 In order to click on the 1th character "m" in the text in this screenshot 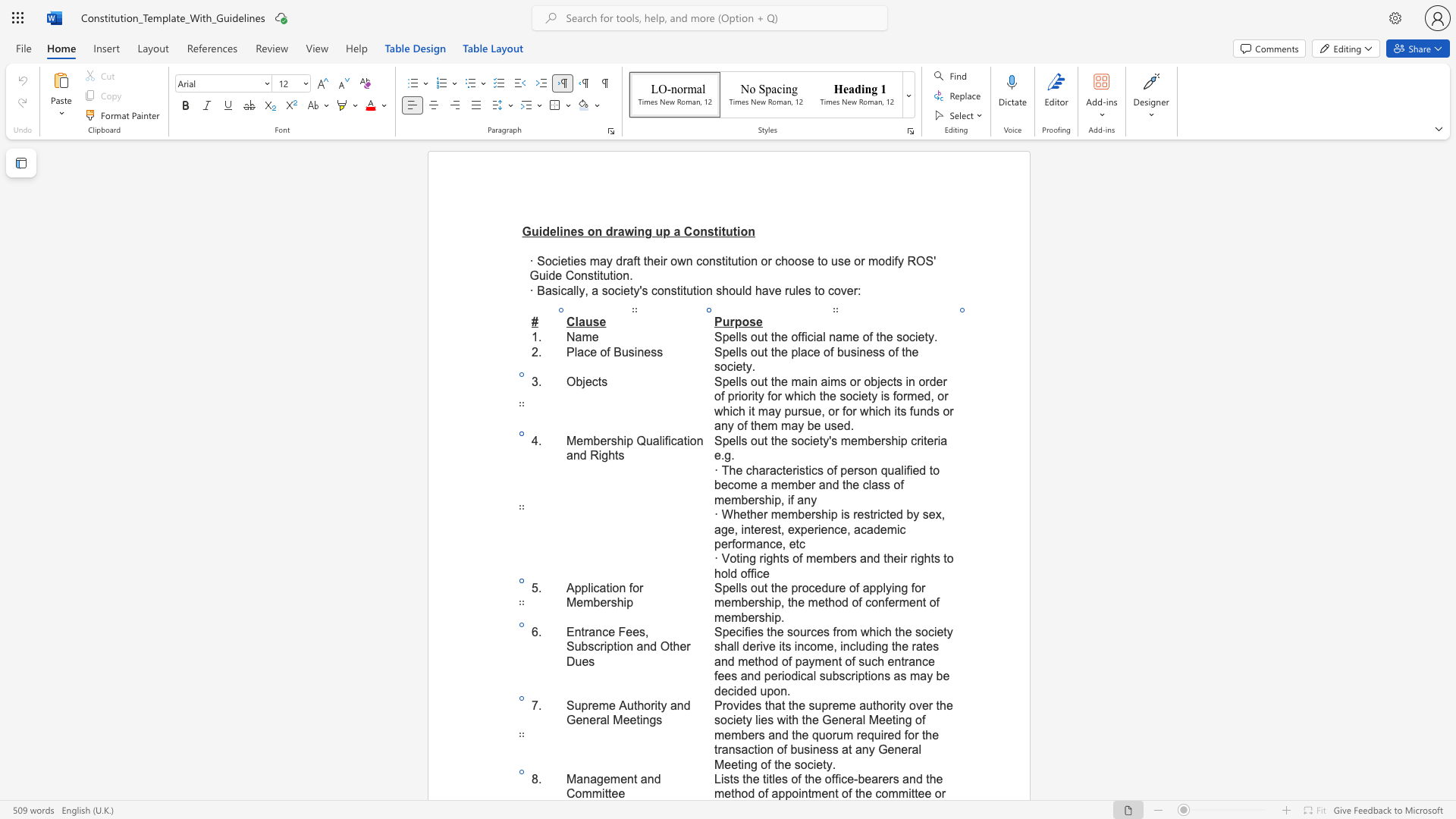, I will do `click(615, 779)`.